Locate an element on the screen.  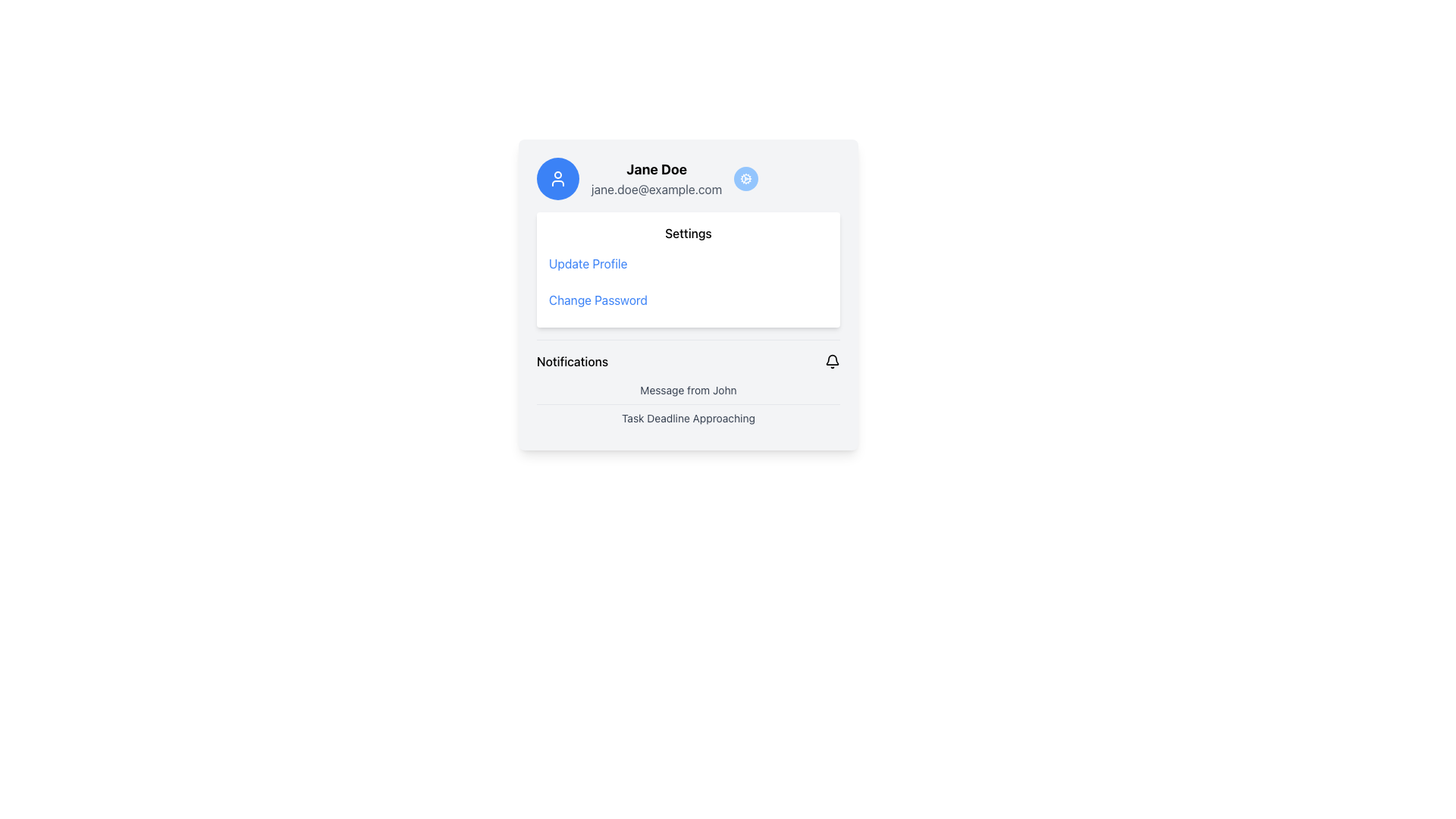
the gear icon located near the top-right corner of the profile information section is located at coordinates (745, 177).